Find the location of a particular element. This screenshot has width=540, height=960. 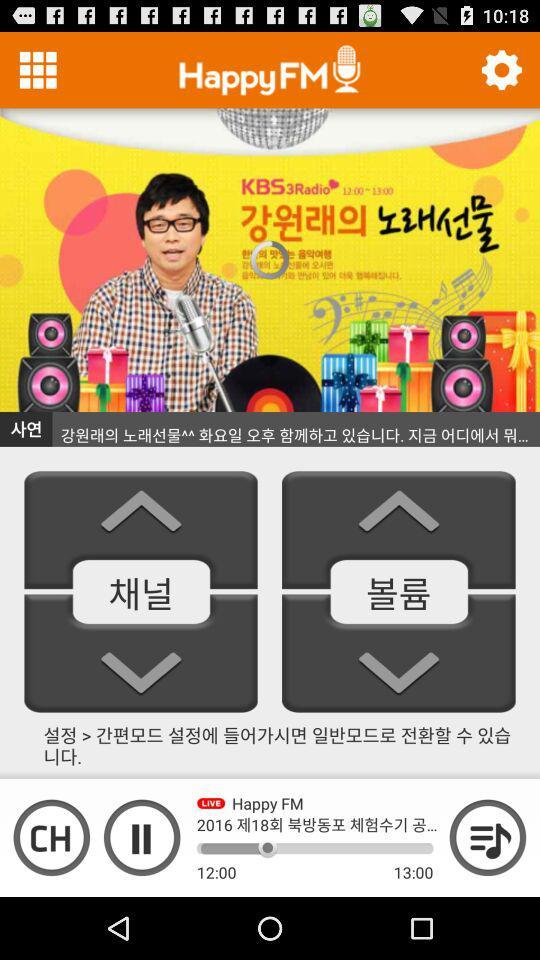

the playlist icon is located at coordinates (487, 895).